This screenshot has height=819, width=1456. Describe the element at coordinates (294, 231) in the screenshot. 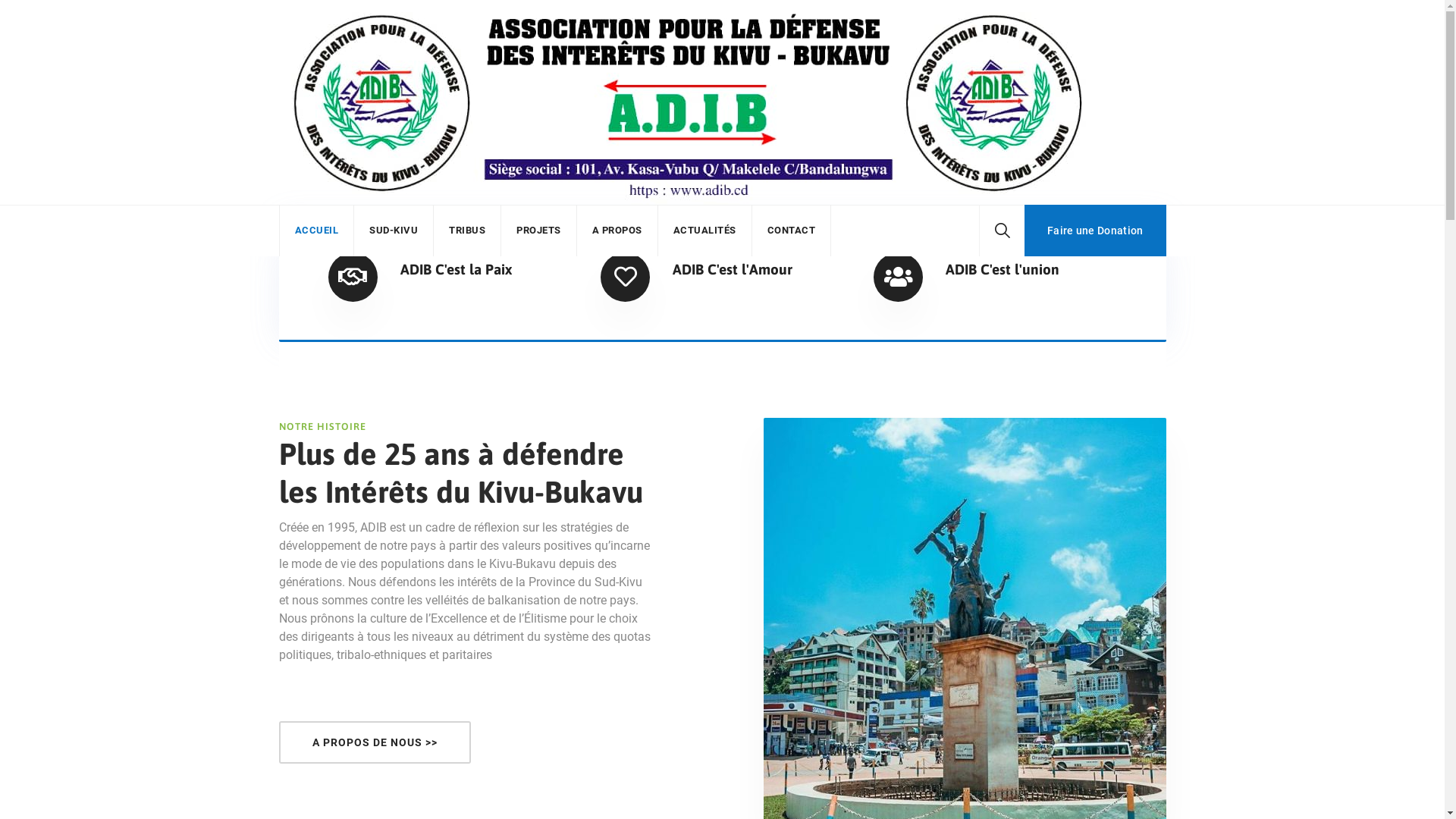

I see `'ACCUEIL'` at that location.